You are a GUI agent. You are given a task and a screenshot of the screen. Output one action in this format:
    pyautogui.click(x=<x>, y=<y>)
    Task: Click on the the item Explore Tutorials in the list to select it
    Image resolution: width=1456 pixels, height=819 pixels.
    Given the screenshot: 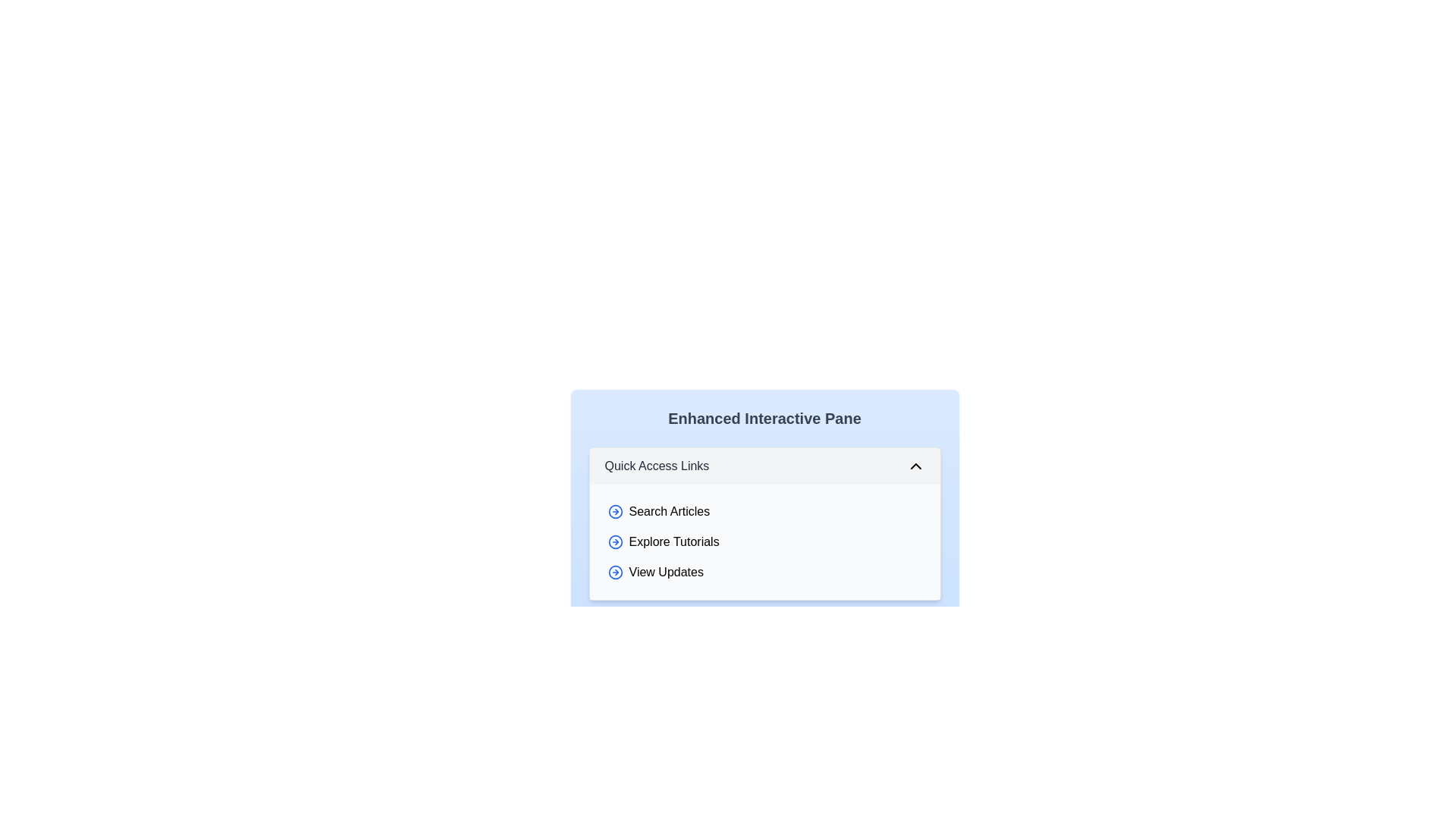 What is the action you would take?
    pyautogui.click(x=764, y=541)
    